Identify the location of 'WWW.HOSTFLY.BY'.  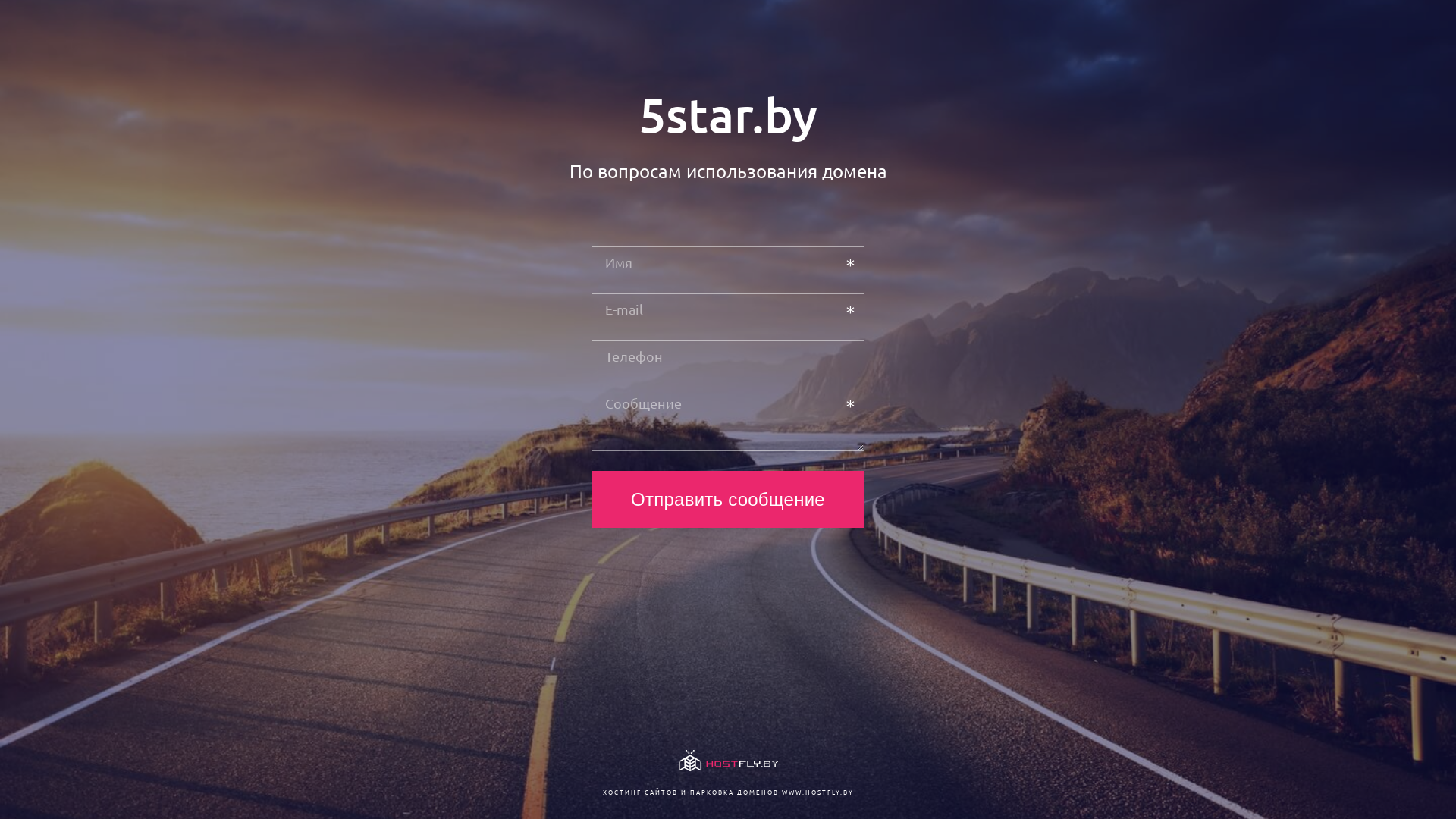
(781, 791).